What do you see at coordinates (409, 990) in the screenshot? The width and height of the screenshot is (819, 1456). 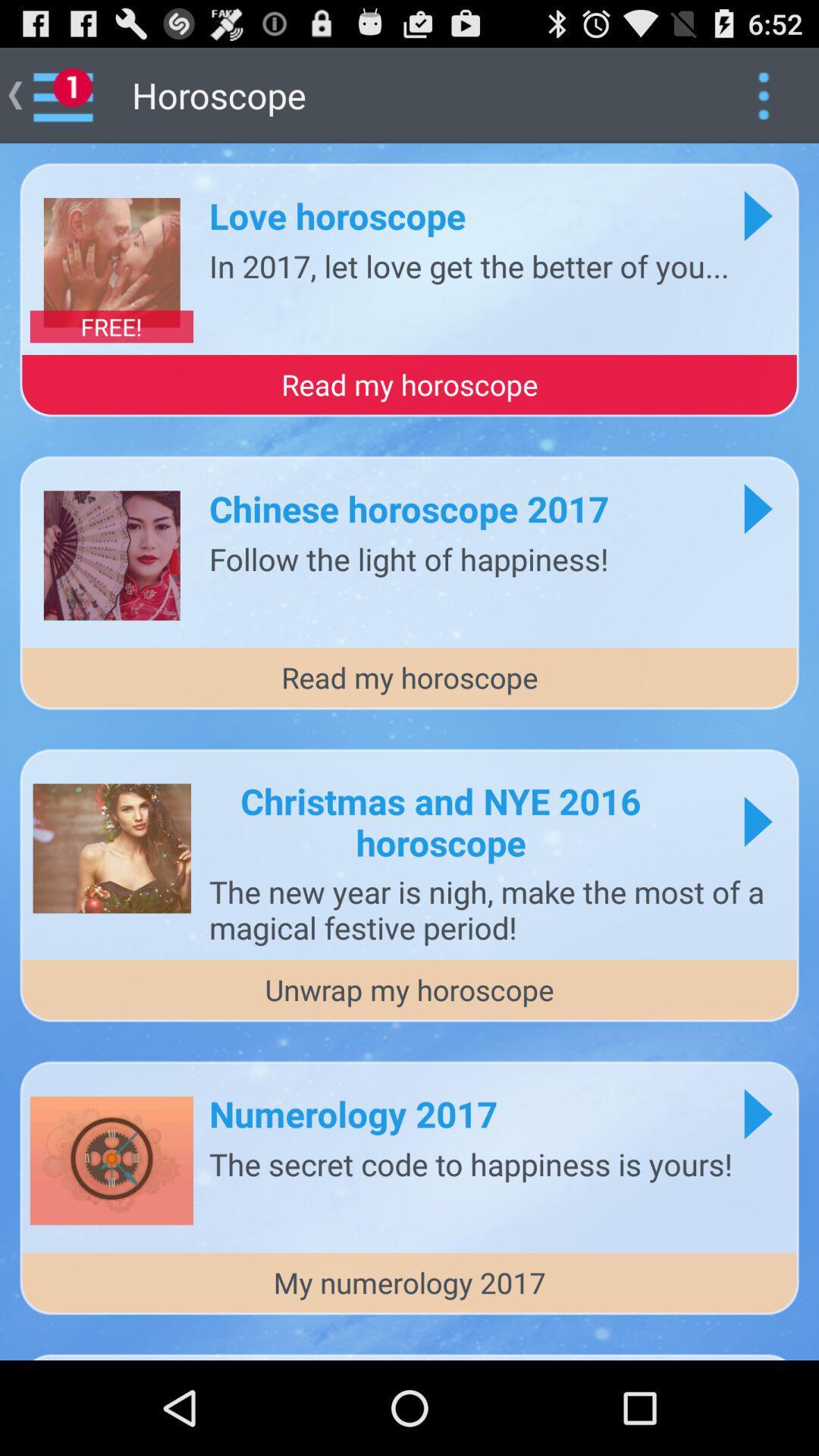 I see `the icon below the the new year icon` at bounding box center [409, 990].